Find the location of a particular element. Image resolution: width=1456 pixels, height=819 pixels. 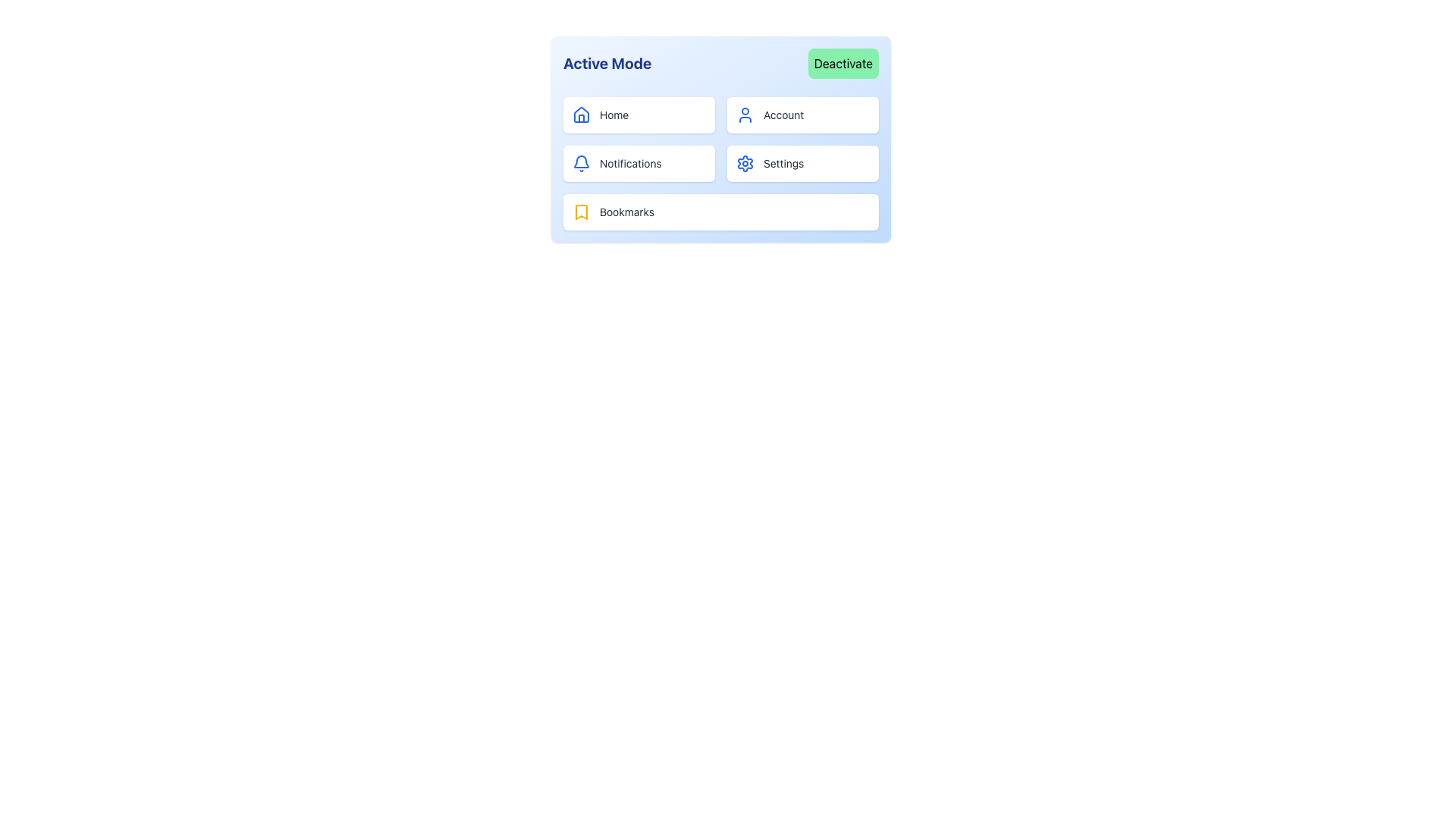

the 'Settings' text label, which is styled in a small gray font and positioned next to a blue cogwheel icon in the bottom-right quadrant of the interface is located at coordinates (783, 164).